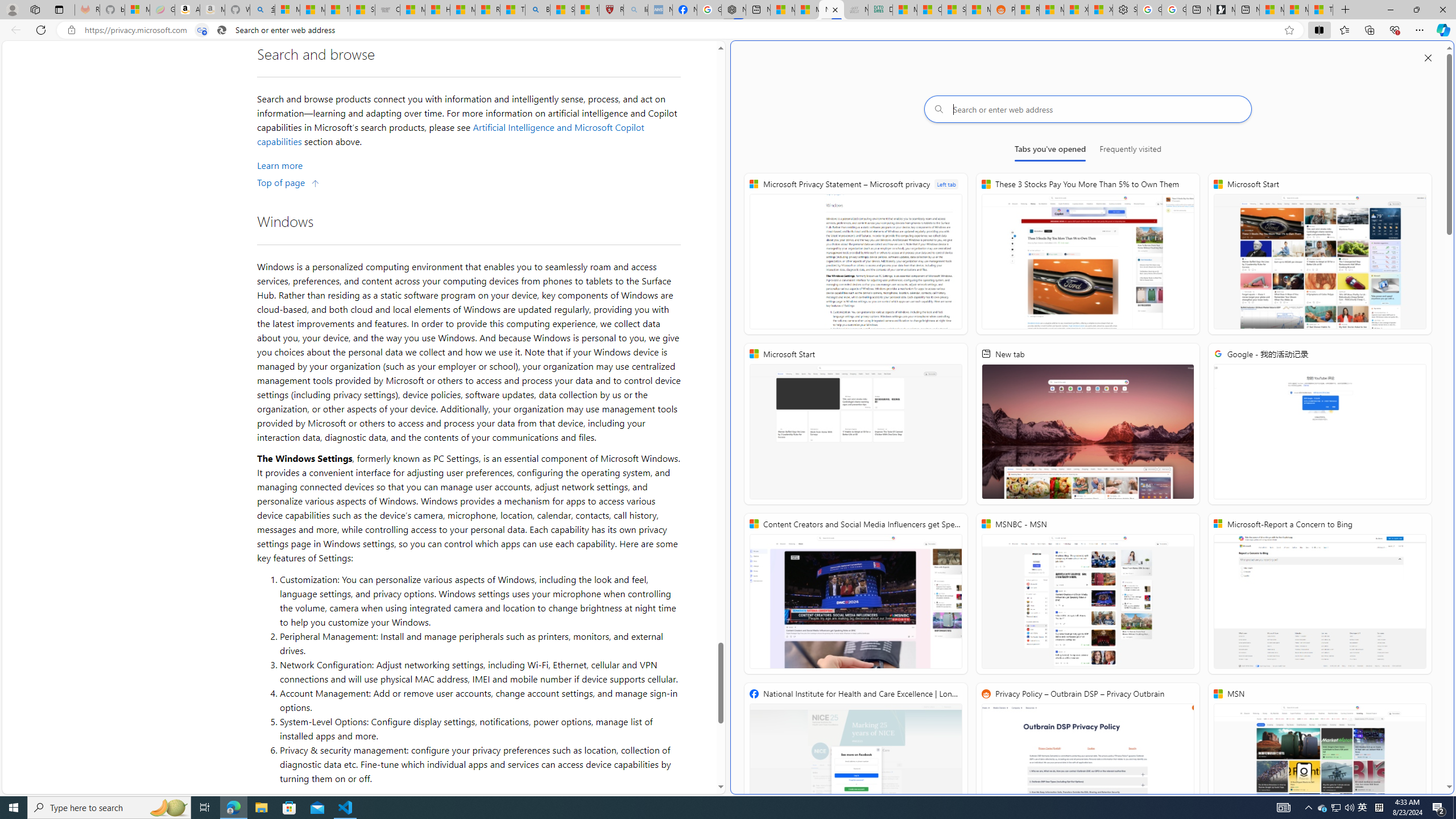 The width and height of the screenshot is (1456, 819). What do you see at coordinates (450, 133) in the screenshot?
I see `'Artificial Intelligence and Microsoft Copilot capabilities'` at bounding box center [450, 133].